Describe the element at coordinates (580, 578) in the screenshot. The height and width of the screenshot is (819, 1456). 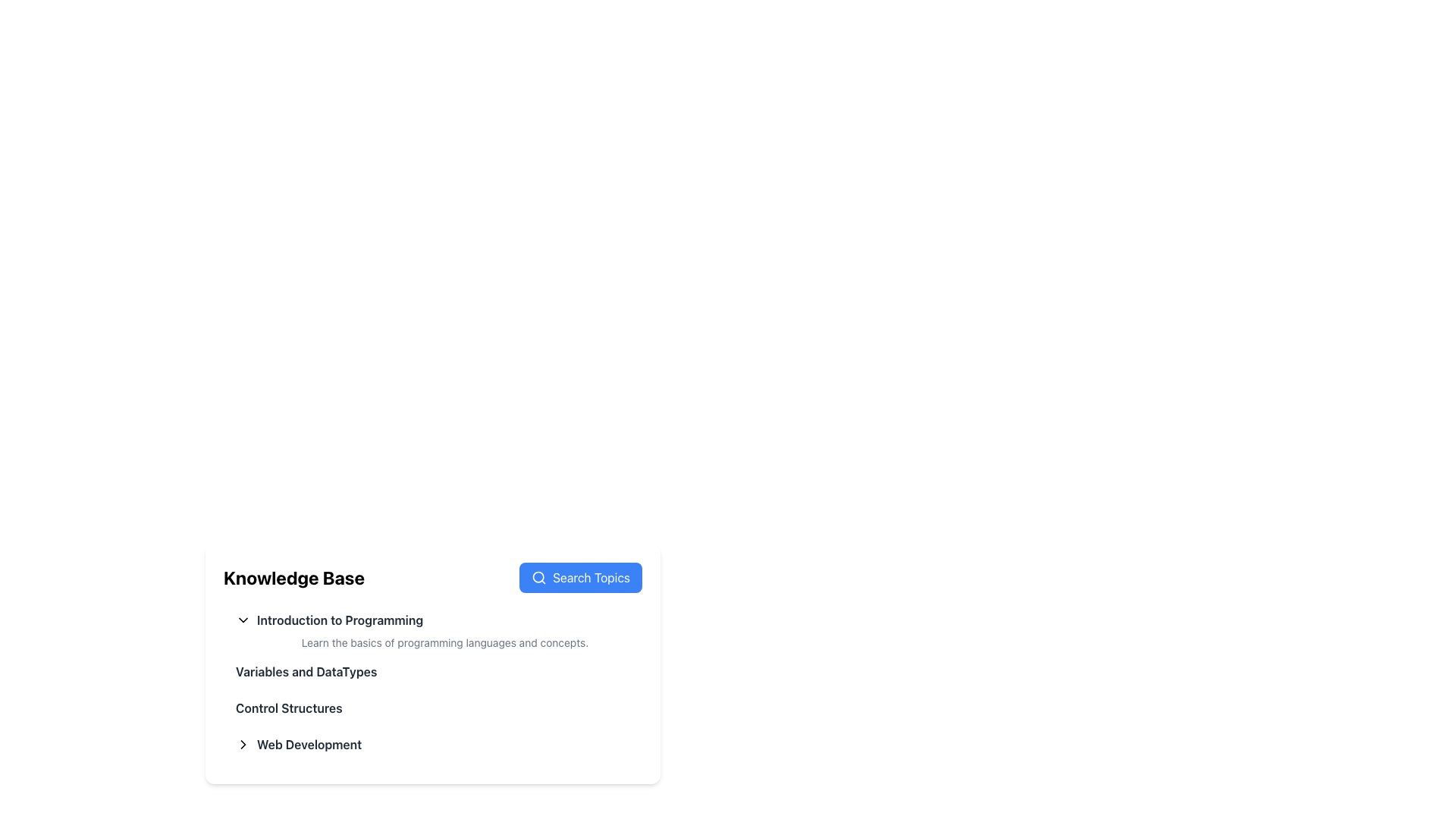
I see `the 'Search Topics' button, which is a rounded rectangular button with a blue background and a white text label` at that location.